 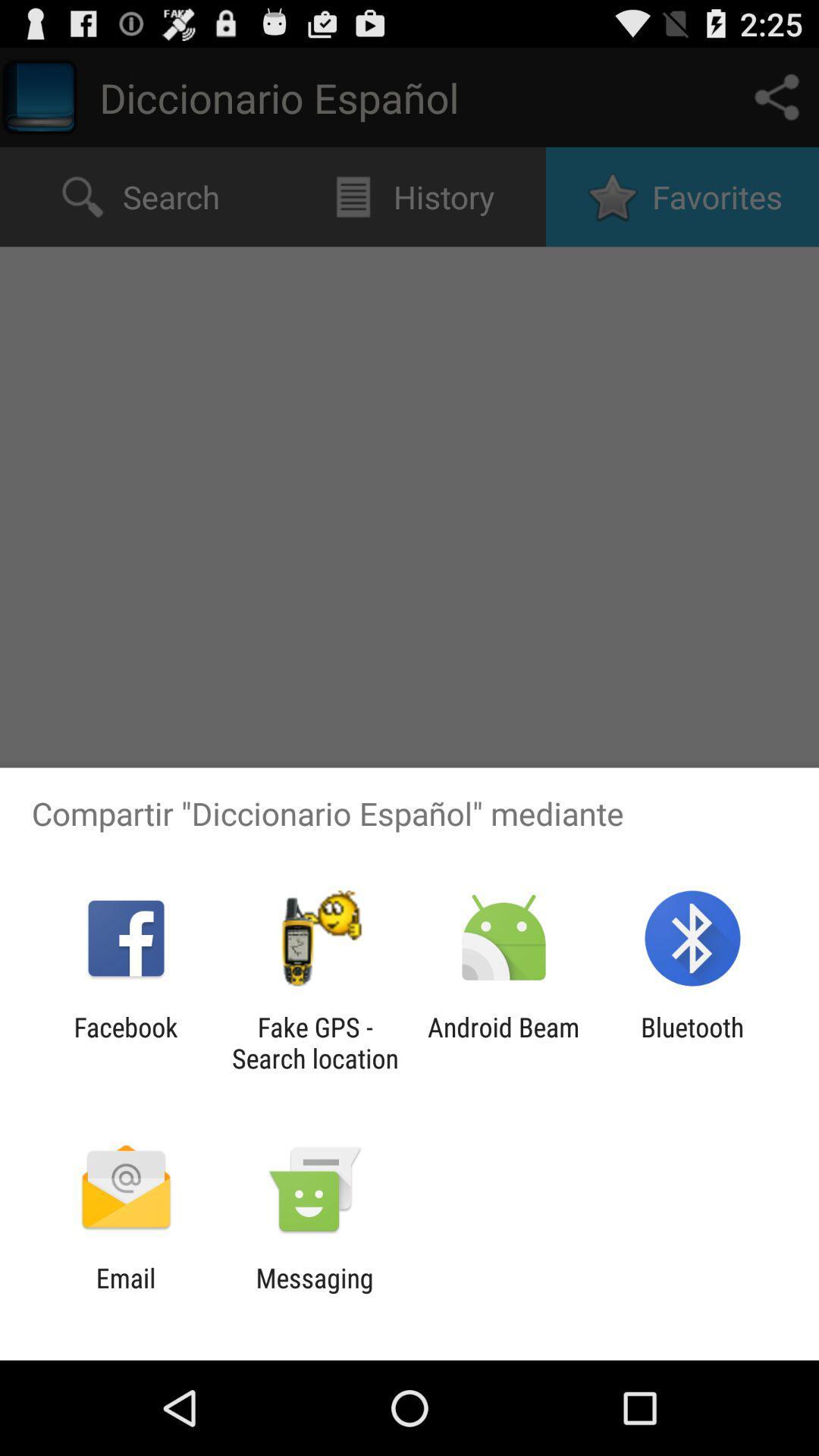 What do you see at coordinates (314, 1293) in the screenshot?
I see `the item next to email icon` at bounding box center [314, 1293].